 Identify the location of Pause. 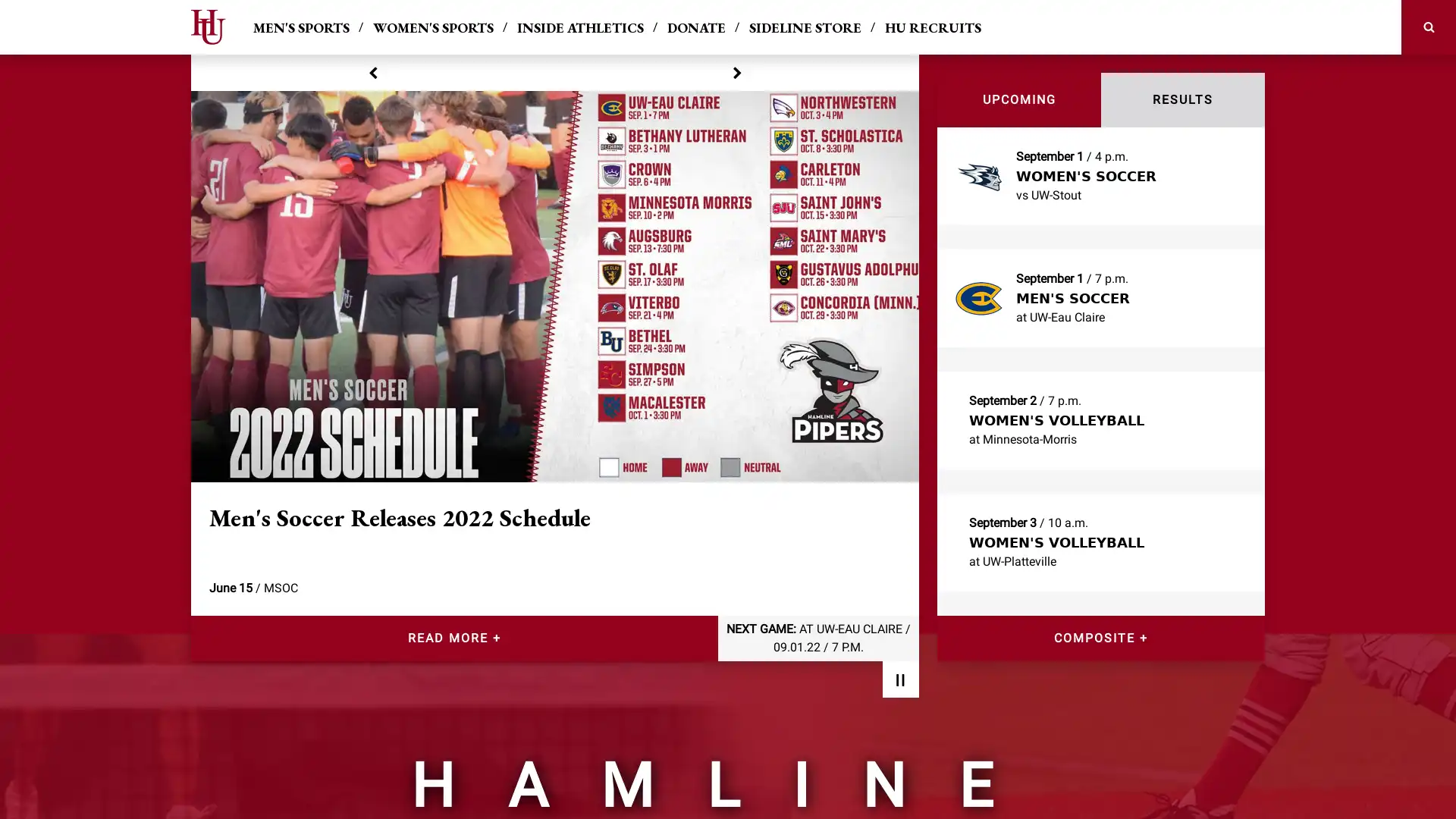
(900, 596).